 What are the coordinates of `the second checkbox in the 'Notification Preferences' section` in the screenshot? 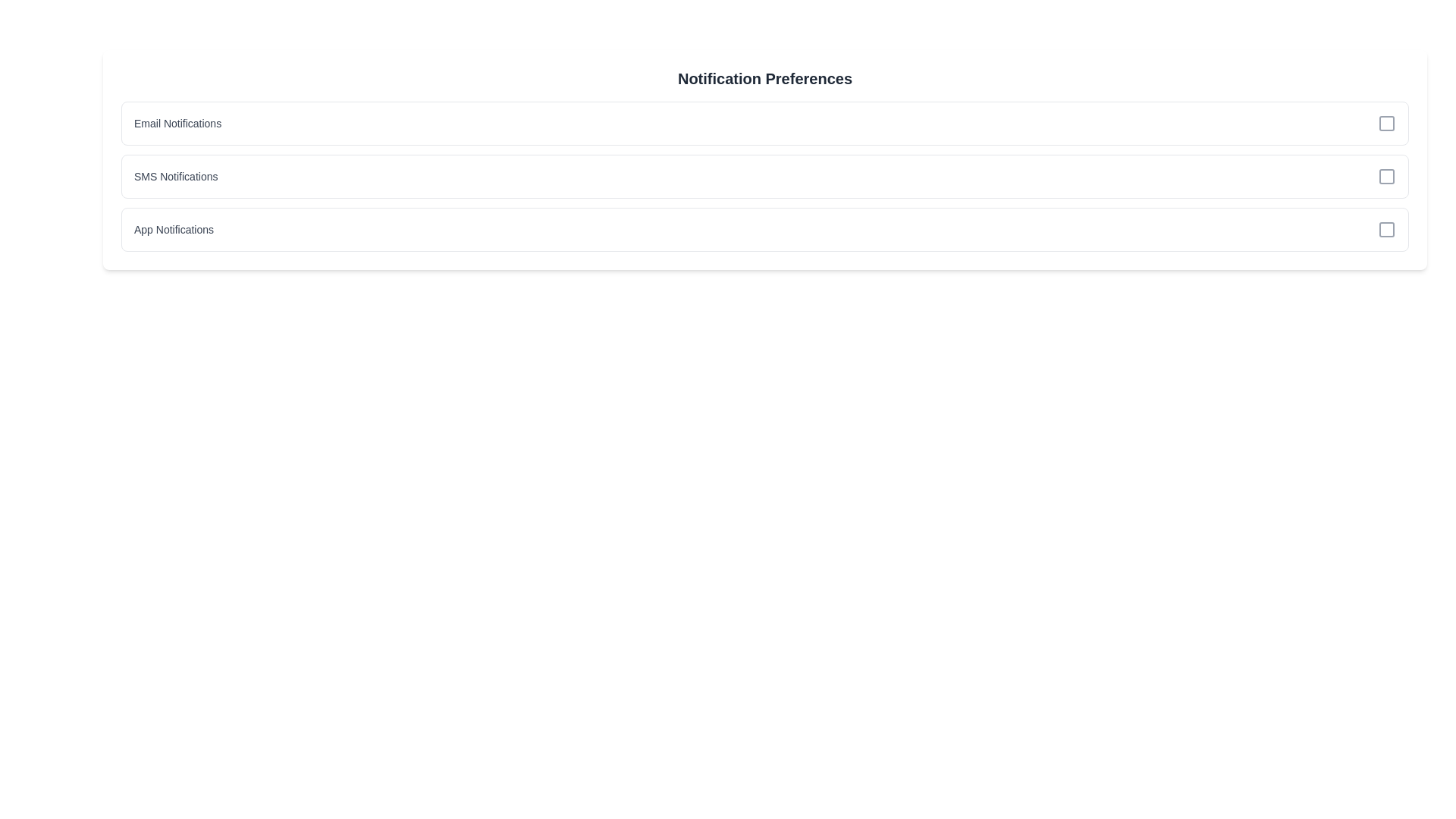 It's located at (1386, 175).